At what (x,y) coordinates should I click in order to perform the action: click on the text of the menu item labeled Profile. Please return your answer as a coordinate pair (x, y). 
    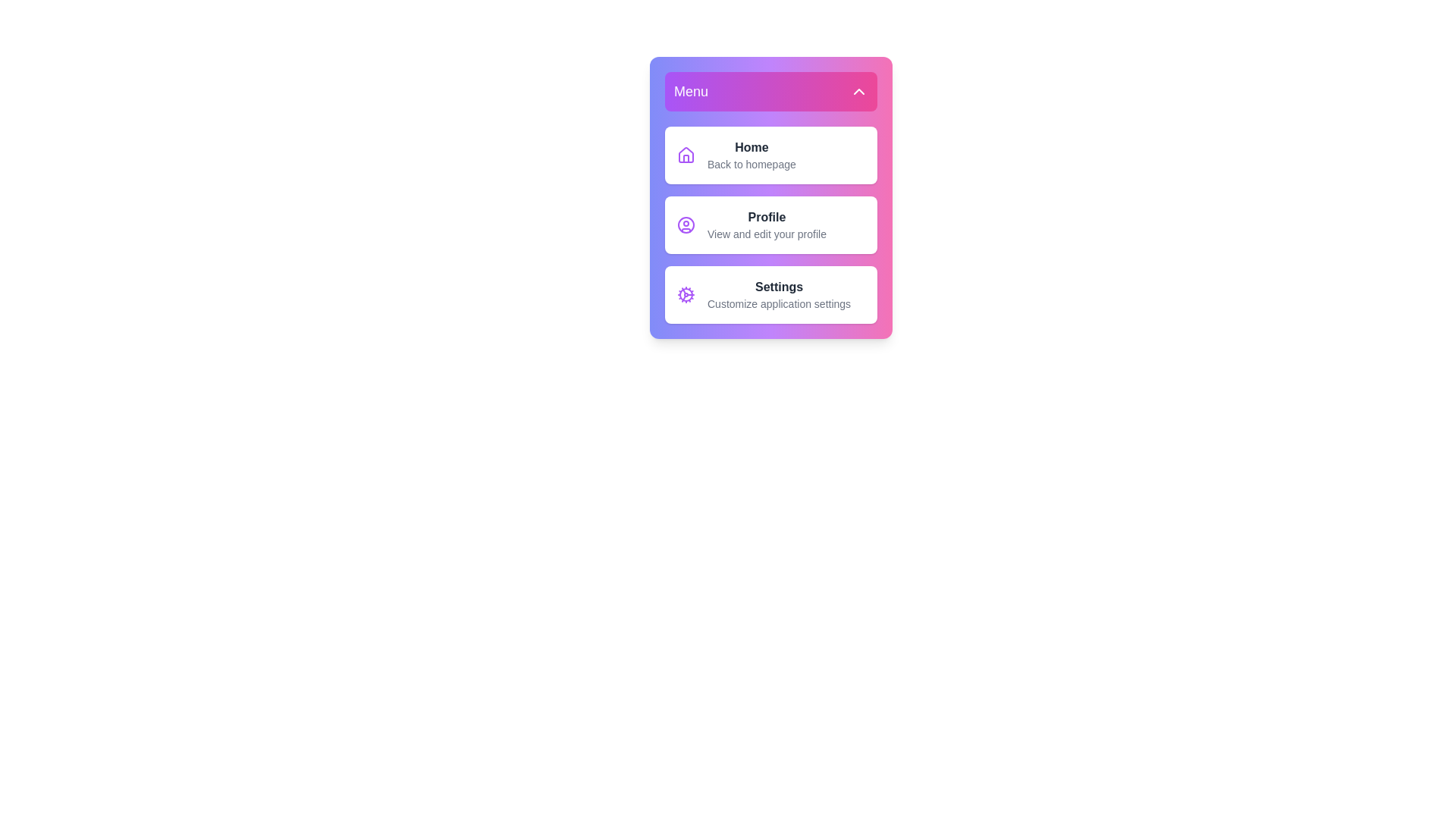
    Looking at the image, I should click on (771, 225).